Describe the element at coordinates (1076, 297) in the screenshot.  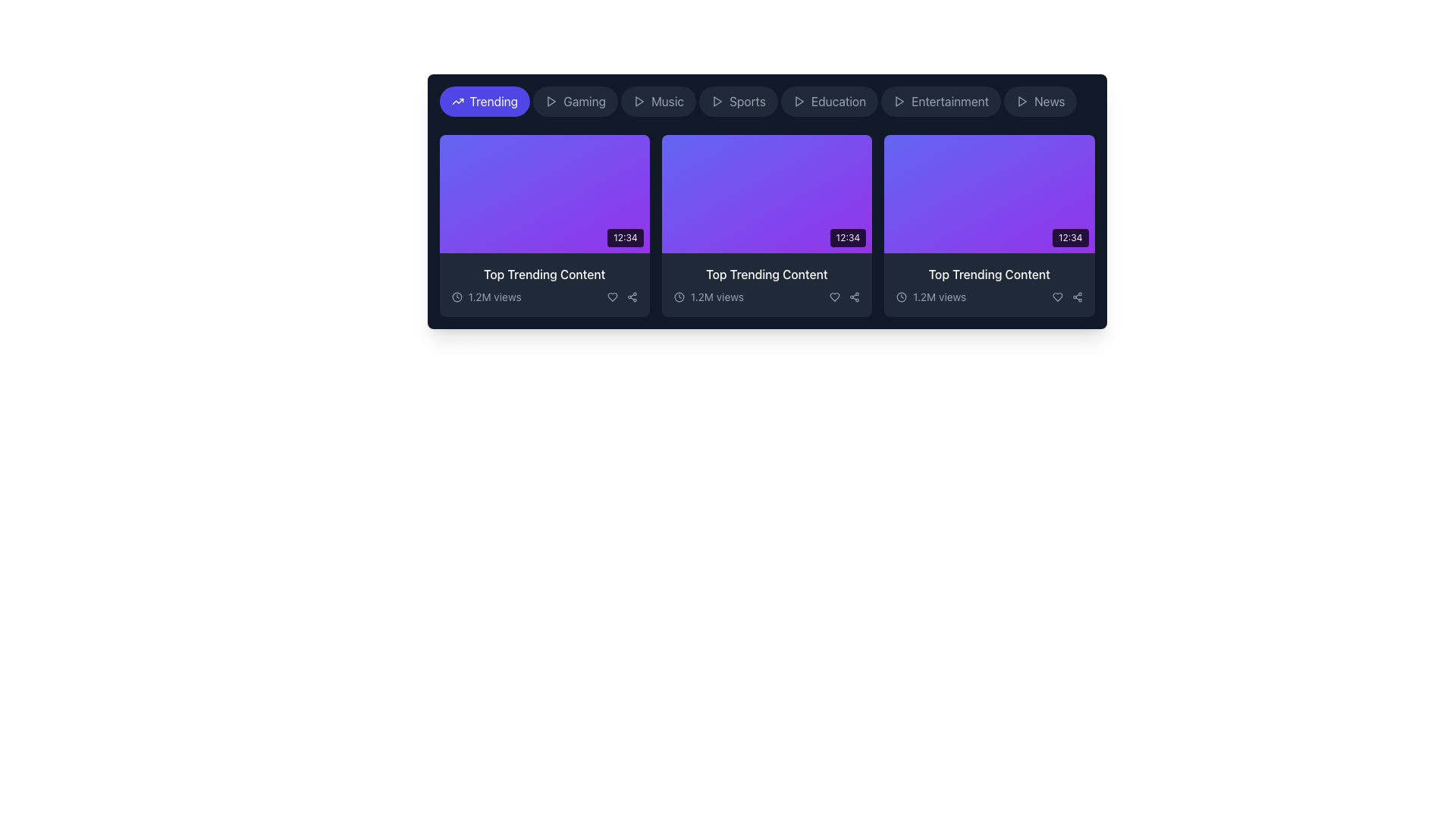
I see `the Icon button represented by three dots forming a triangular shape in the bottom-right corner of the third card` at that location.